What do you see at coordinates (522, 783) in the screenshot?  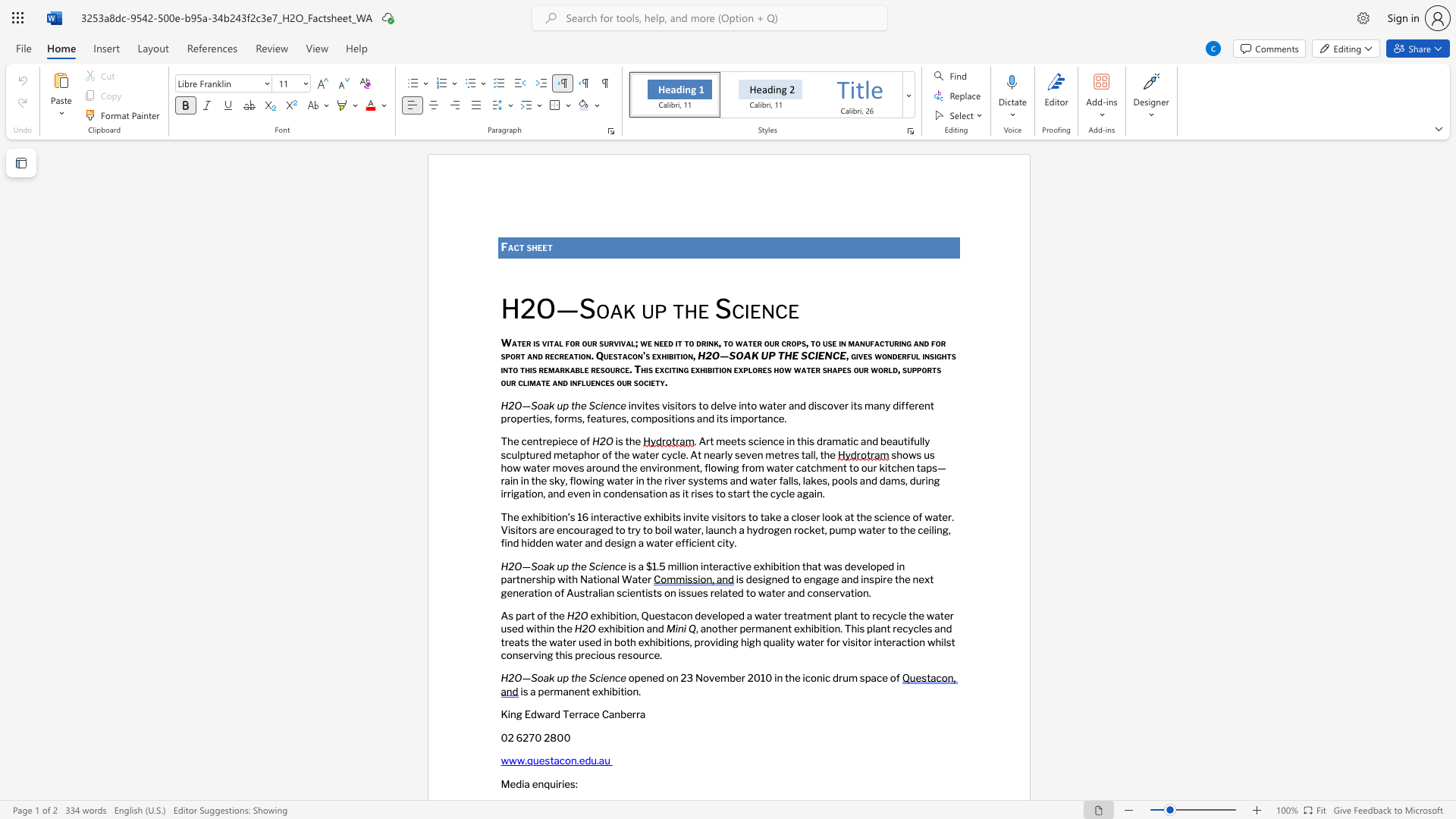 I see `the subset text "ia" within the text "Media enquiries:"` at bounding box center [522, 783].